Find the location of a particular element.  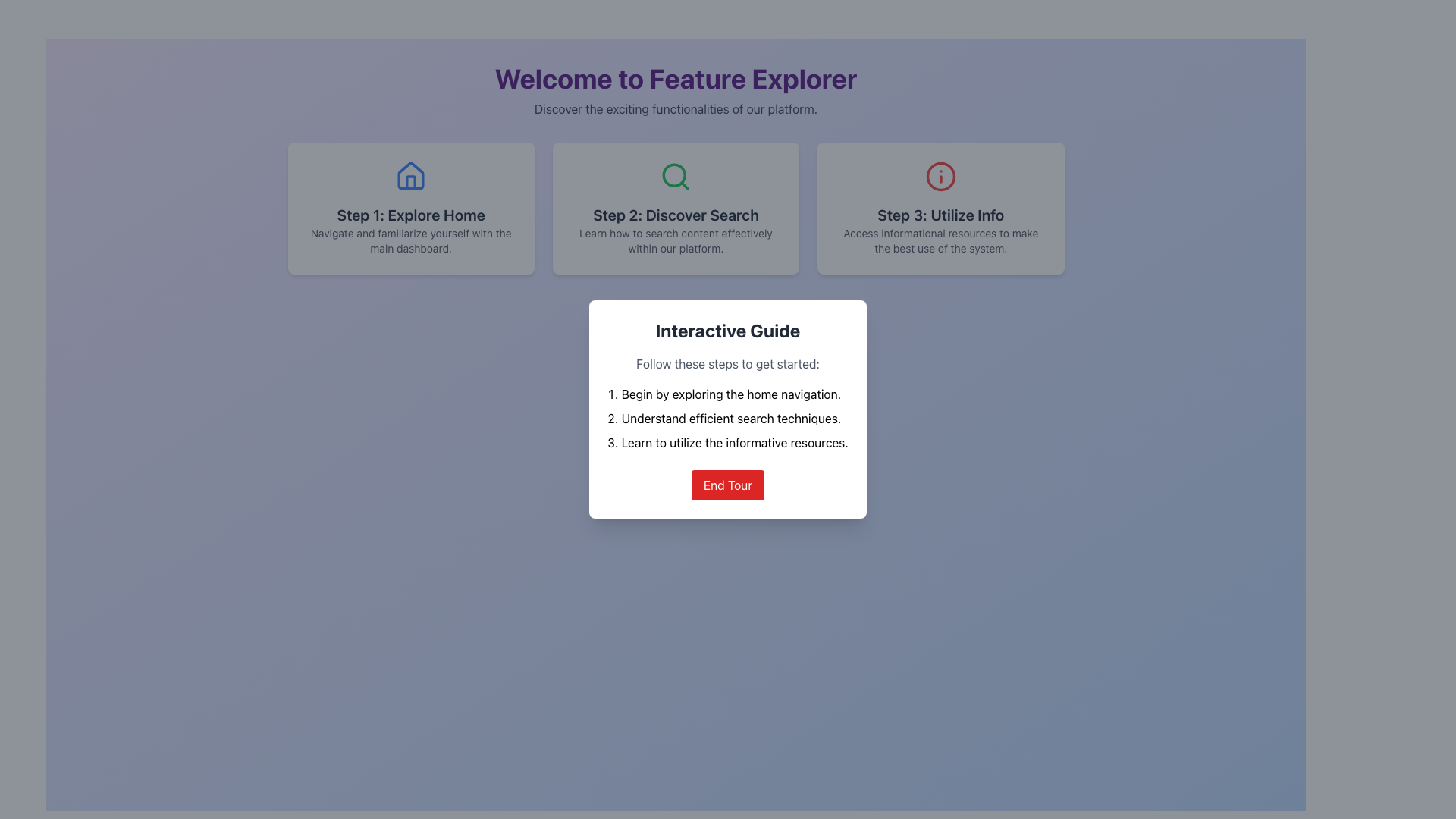

text content of the Informational Card positioned above the description text in the first column of a three-column layout is located at coordinates (411, 208).